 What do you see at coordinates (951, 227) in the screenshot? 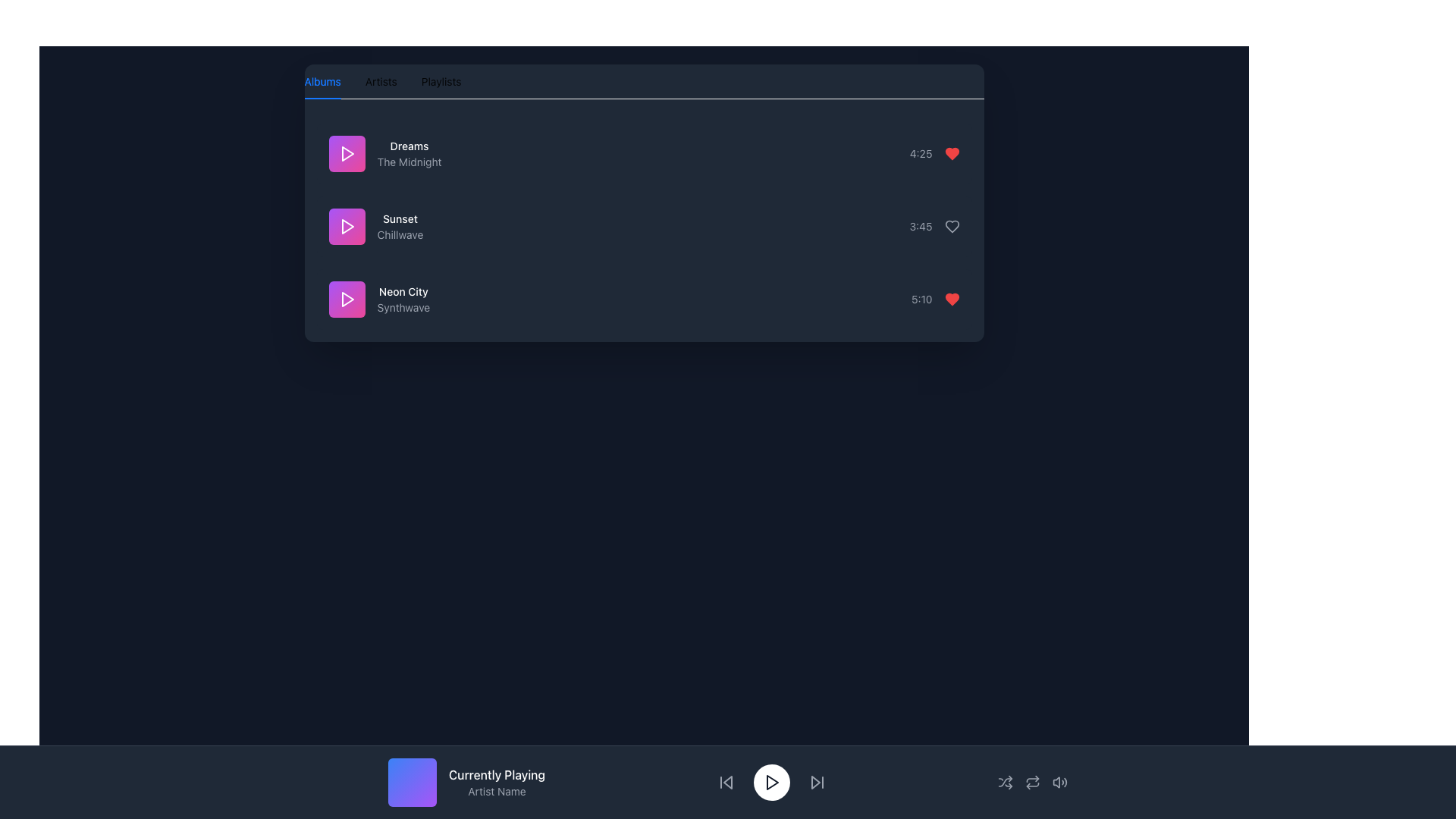
I see `the heart-shaped icon outlined in gray, located next to the '3:45' timestamp` at bounding box center [951, 227].